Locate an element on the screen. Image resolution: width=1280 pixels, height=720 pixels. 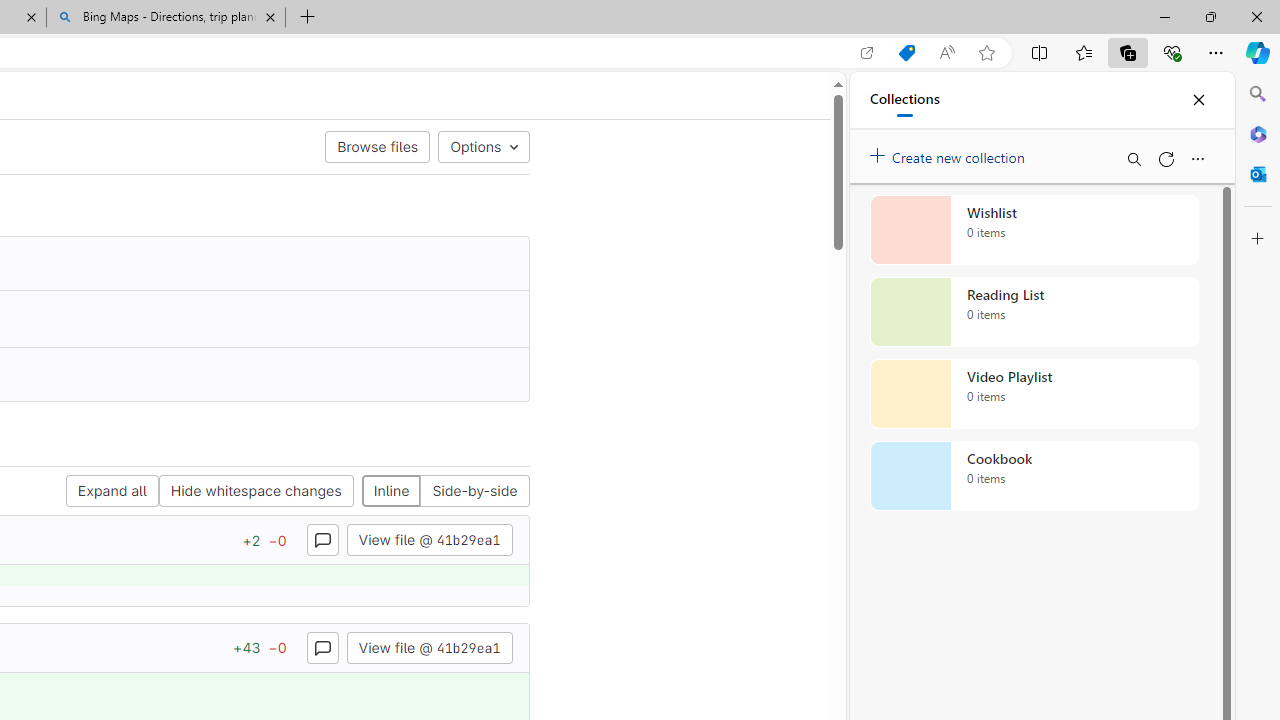
'Reading List collection, 0 items' is located at coordinates (1034, 312).